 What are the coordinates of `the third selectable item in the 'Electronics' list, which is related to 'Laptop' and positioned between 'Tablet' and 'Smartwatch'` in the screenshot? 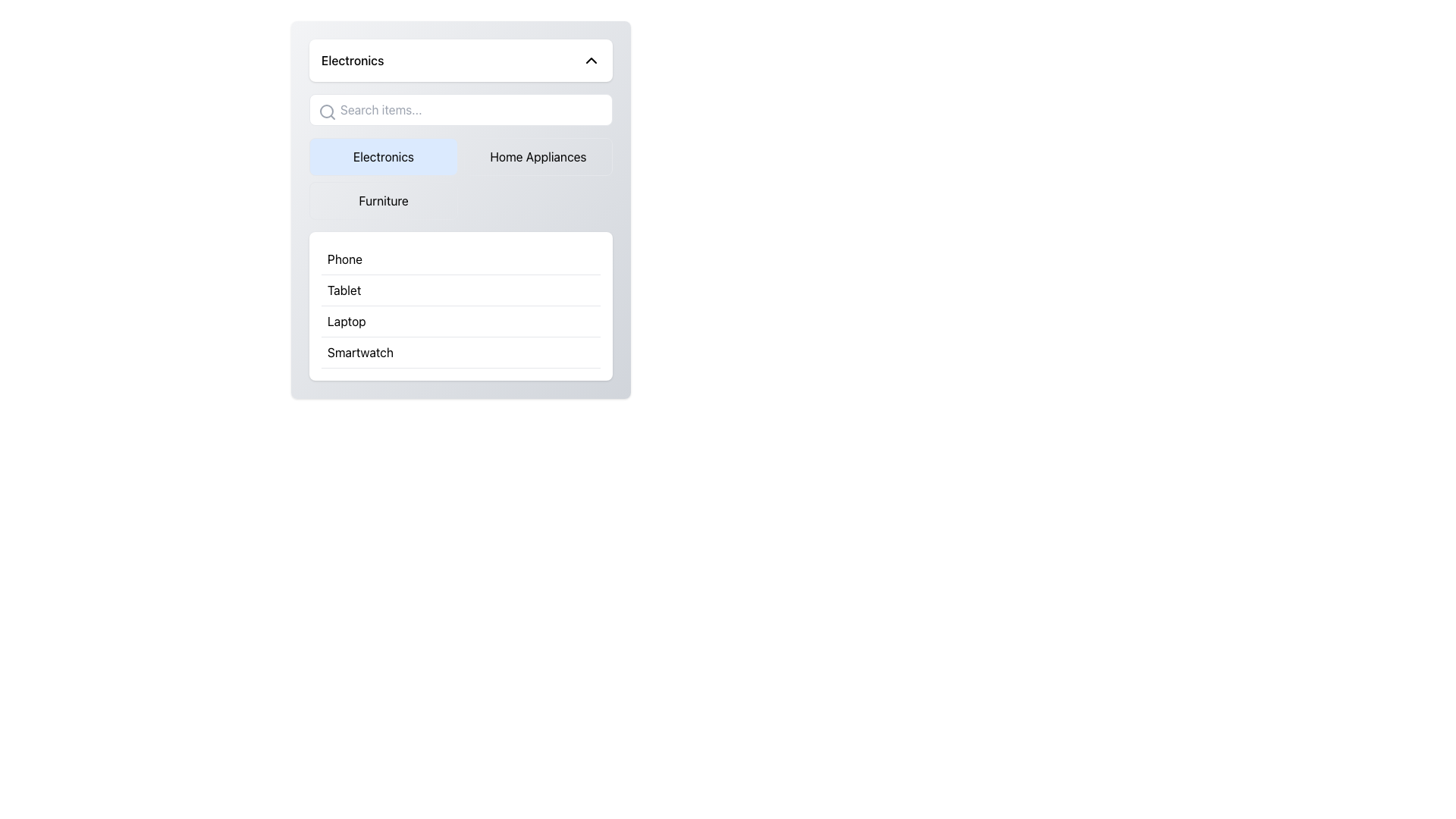 It's located at (460, 321).